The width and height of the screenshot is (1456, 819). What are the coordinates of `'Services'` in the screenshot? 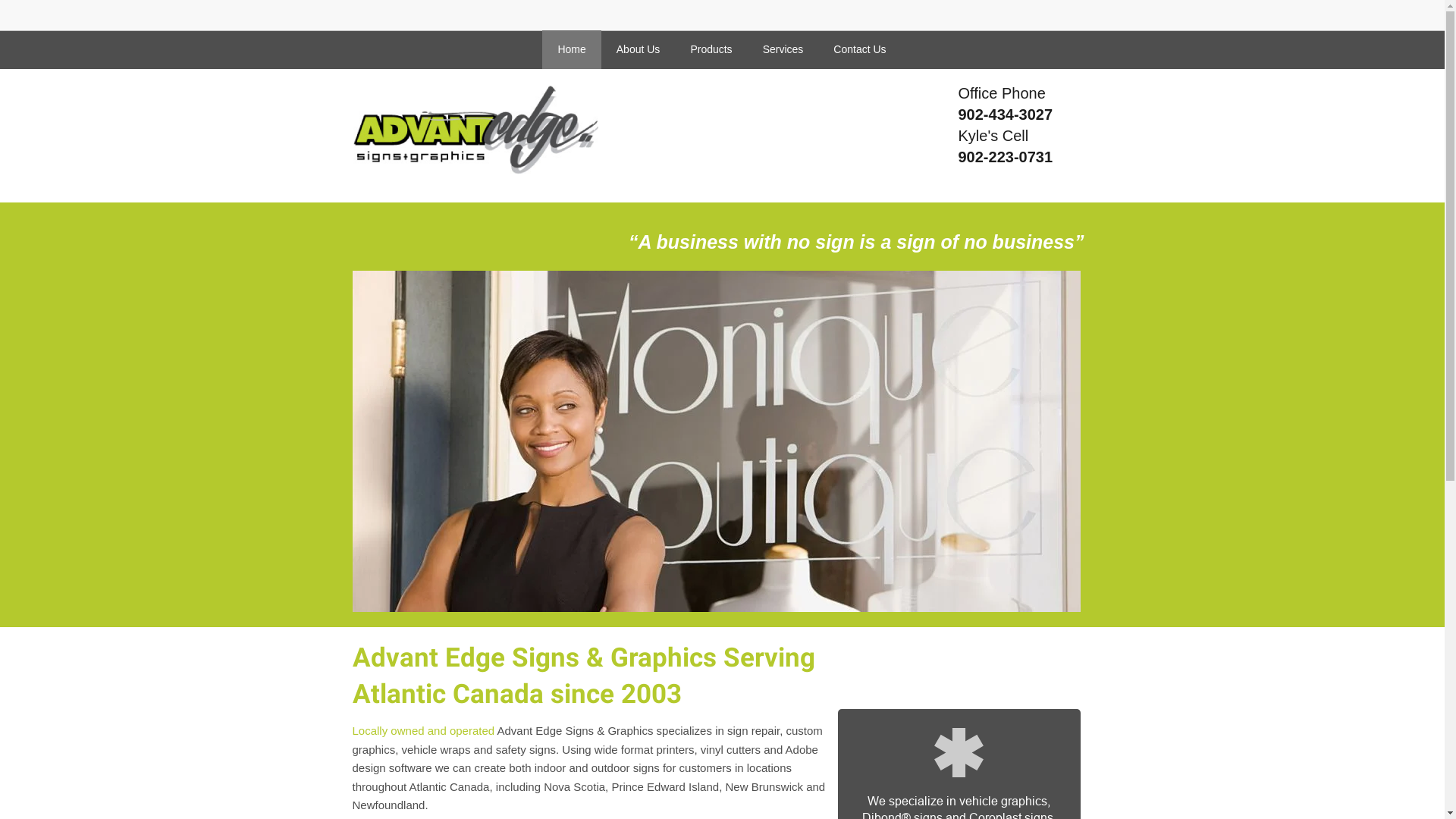 It's located at (783, 49).